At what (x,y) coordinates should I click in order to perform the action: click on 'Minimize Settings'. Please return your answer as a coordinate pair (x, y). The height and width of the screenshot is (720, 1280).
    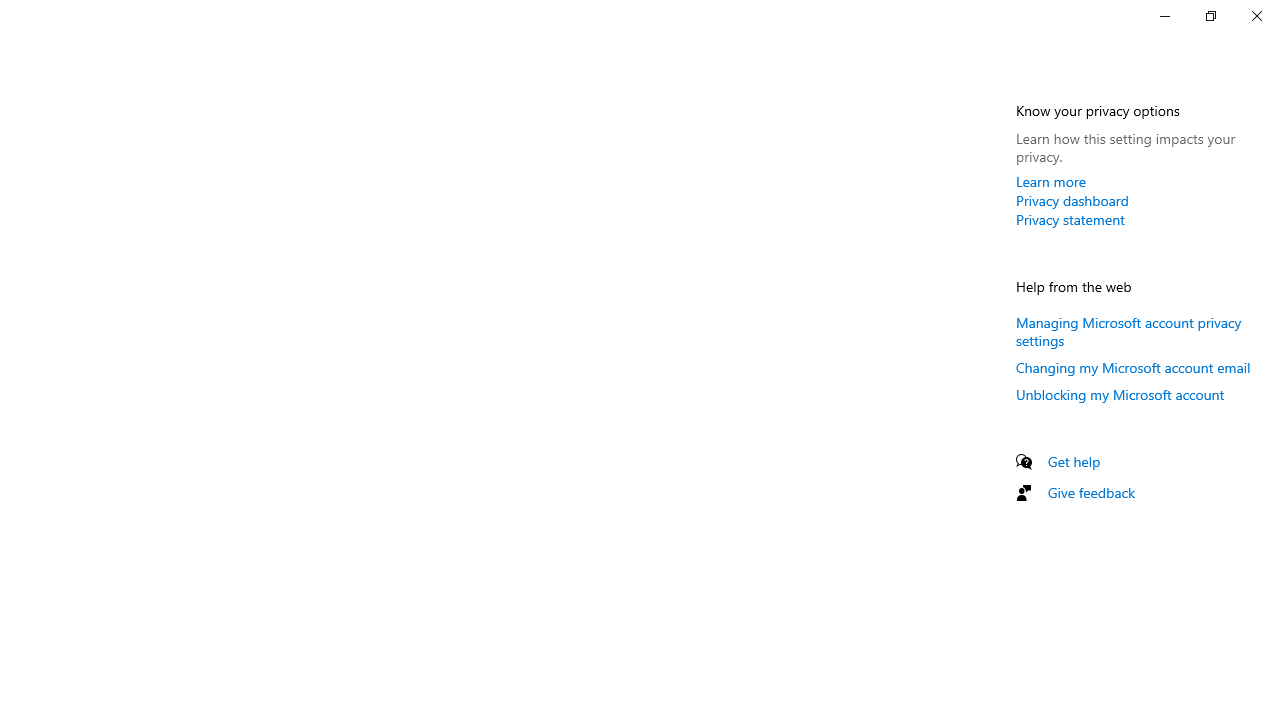
    Looking at the image, I should click on (1164, 15).